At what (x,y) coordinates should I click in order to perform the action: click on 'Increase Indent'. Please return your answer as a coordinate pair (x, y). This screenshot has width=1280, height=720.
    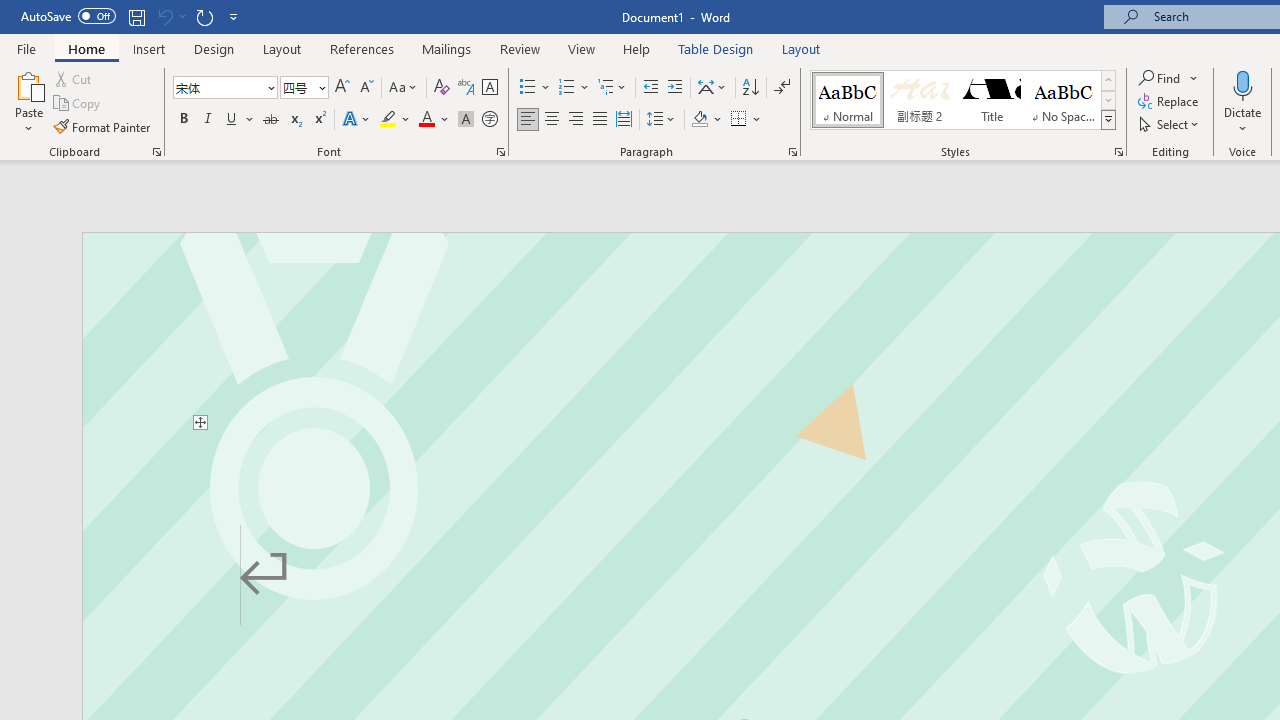
    Looking at the image, I should click on (675, 86).